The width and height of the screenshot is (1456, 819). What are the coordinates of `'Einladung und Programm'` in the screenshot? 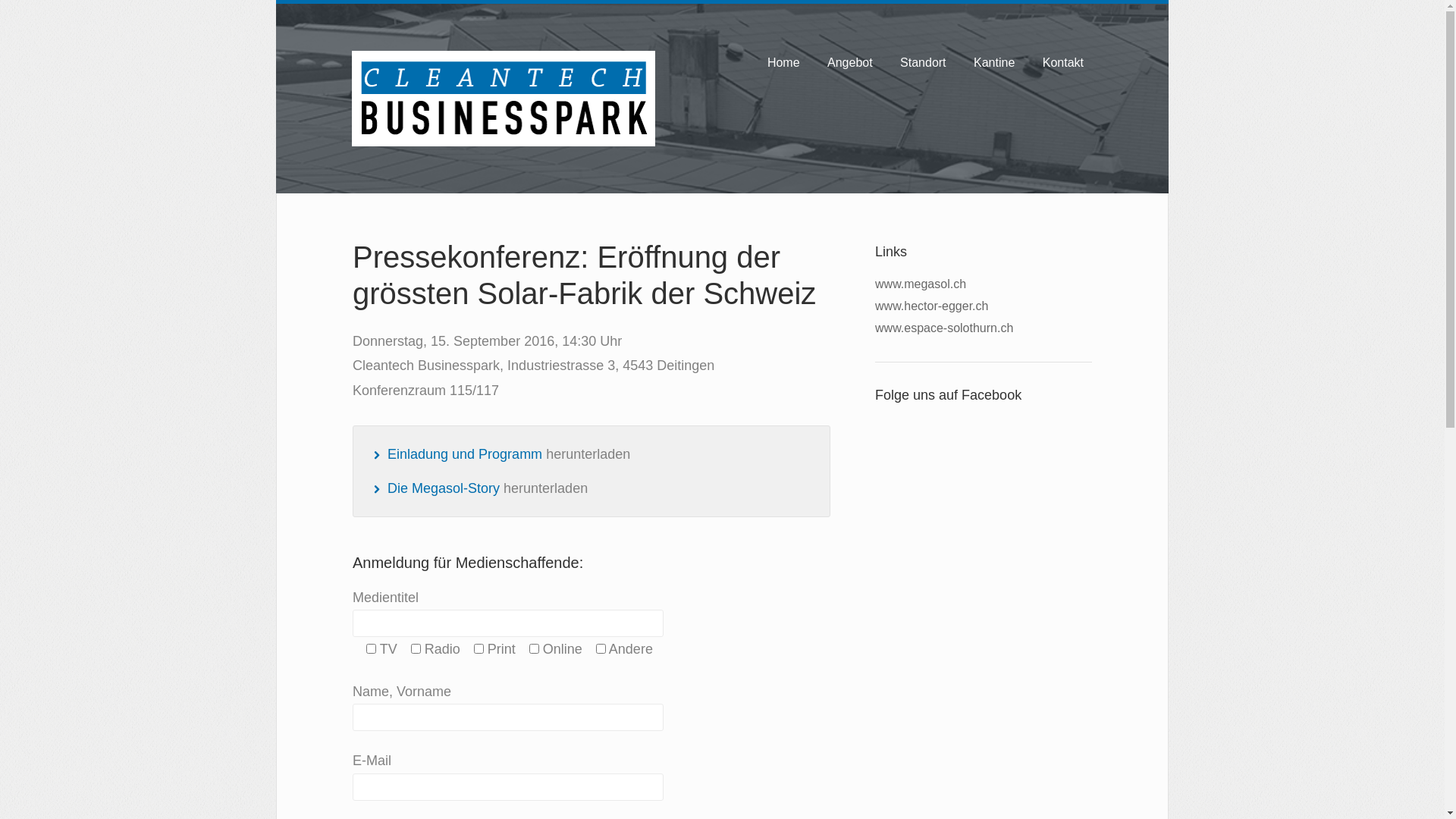 It's located at (464, 453).